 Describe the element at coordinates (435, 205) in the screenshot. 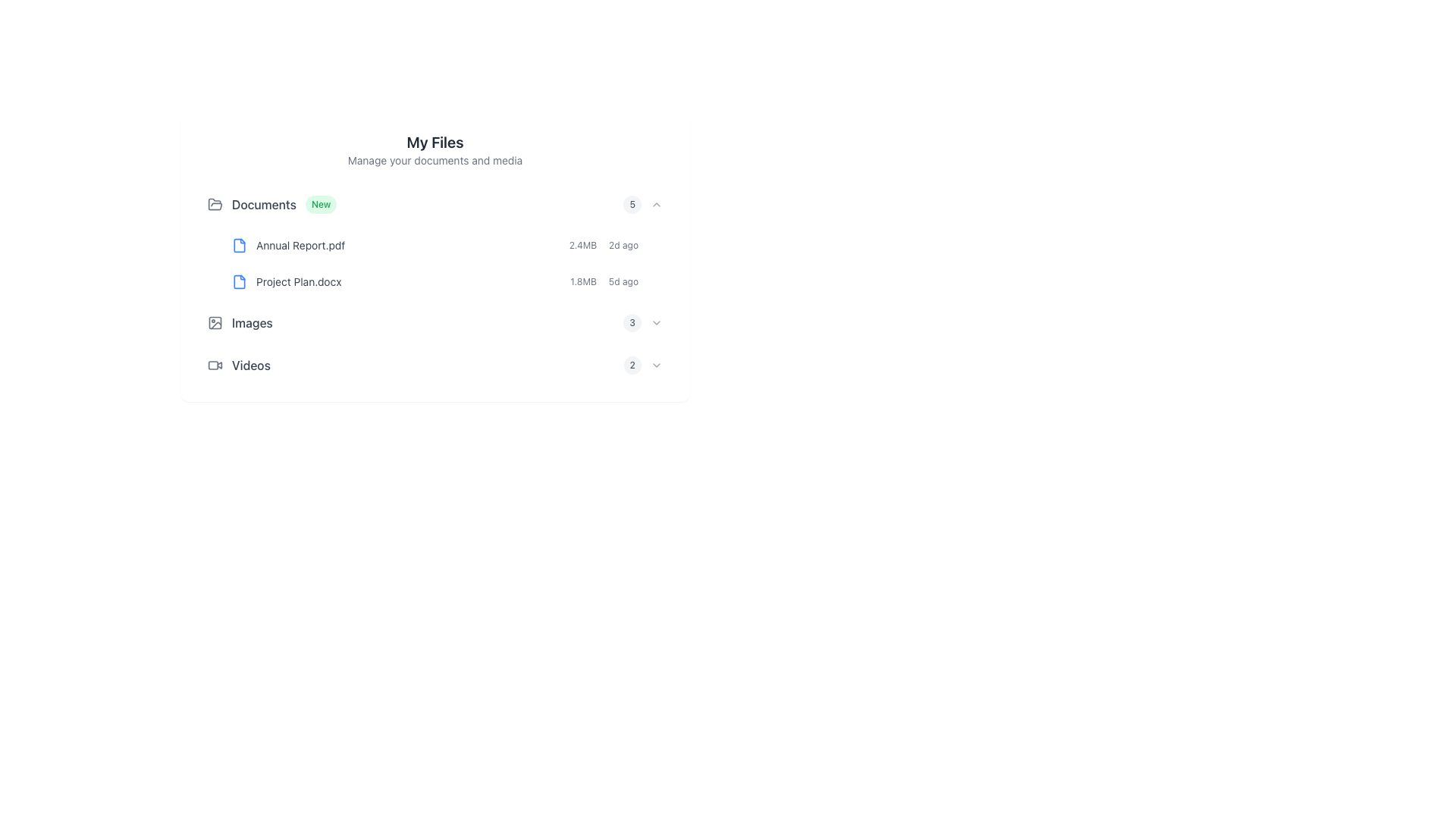

I see `the 'Documents' folder row item located at the topmost row under 'My Files'` at that location.